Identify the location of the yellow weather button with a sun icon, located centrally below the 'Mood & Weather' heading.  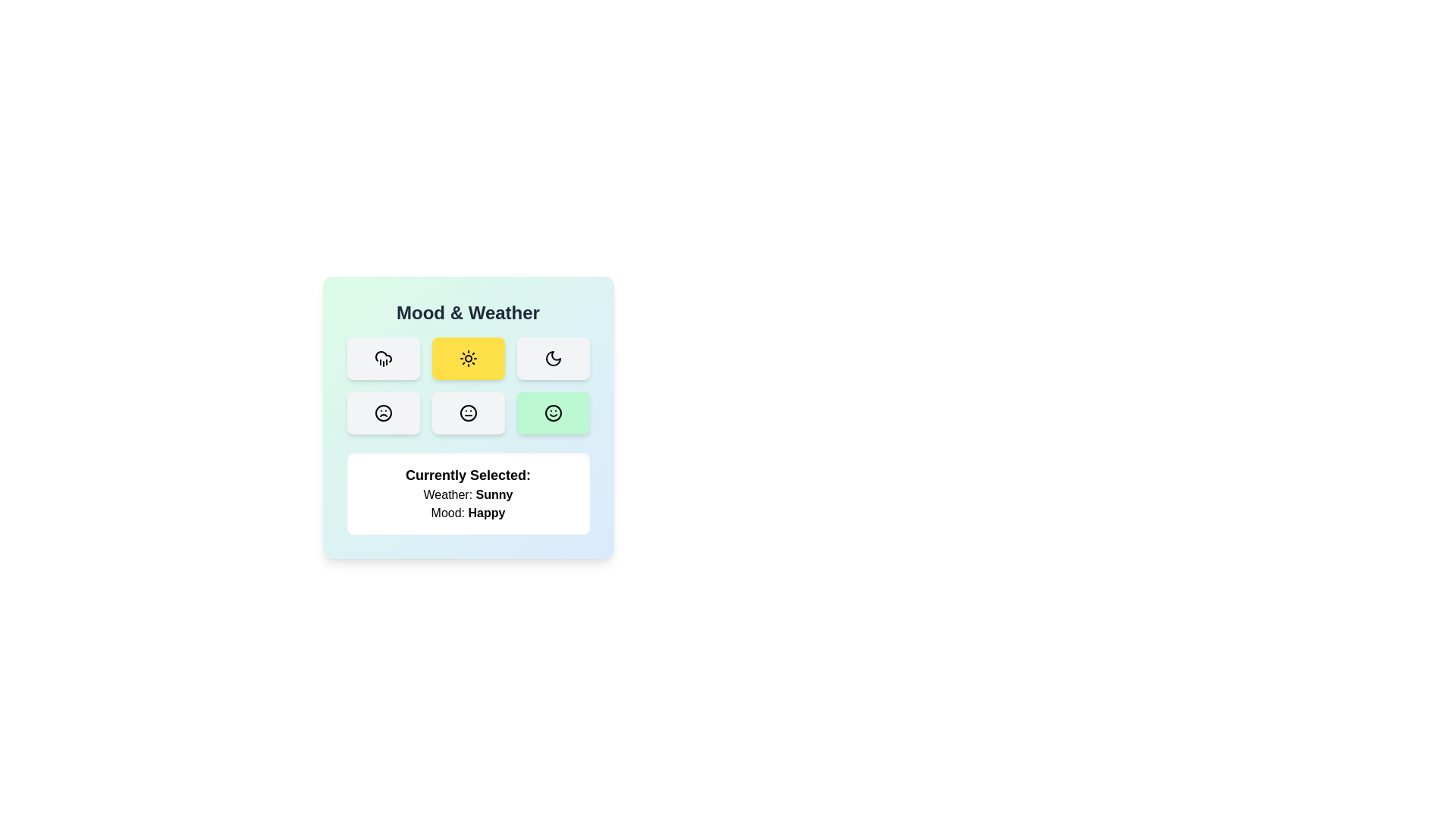
(467, 359).